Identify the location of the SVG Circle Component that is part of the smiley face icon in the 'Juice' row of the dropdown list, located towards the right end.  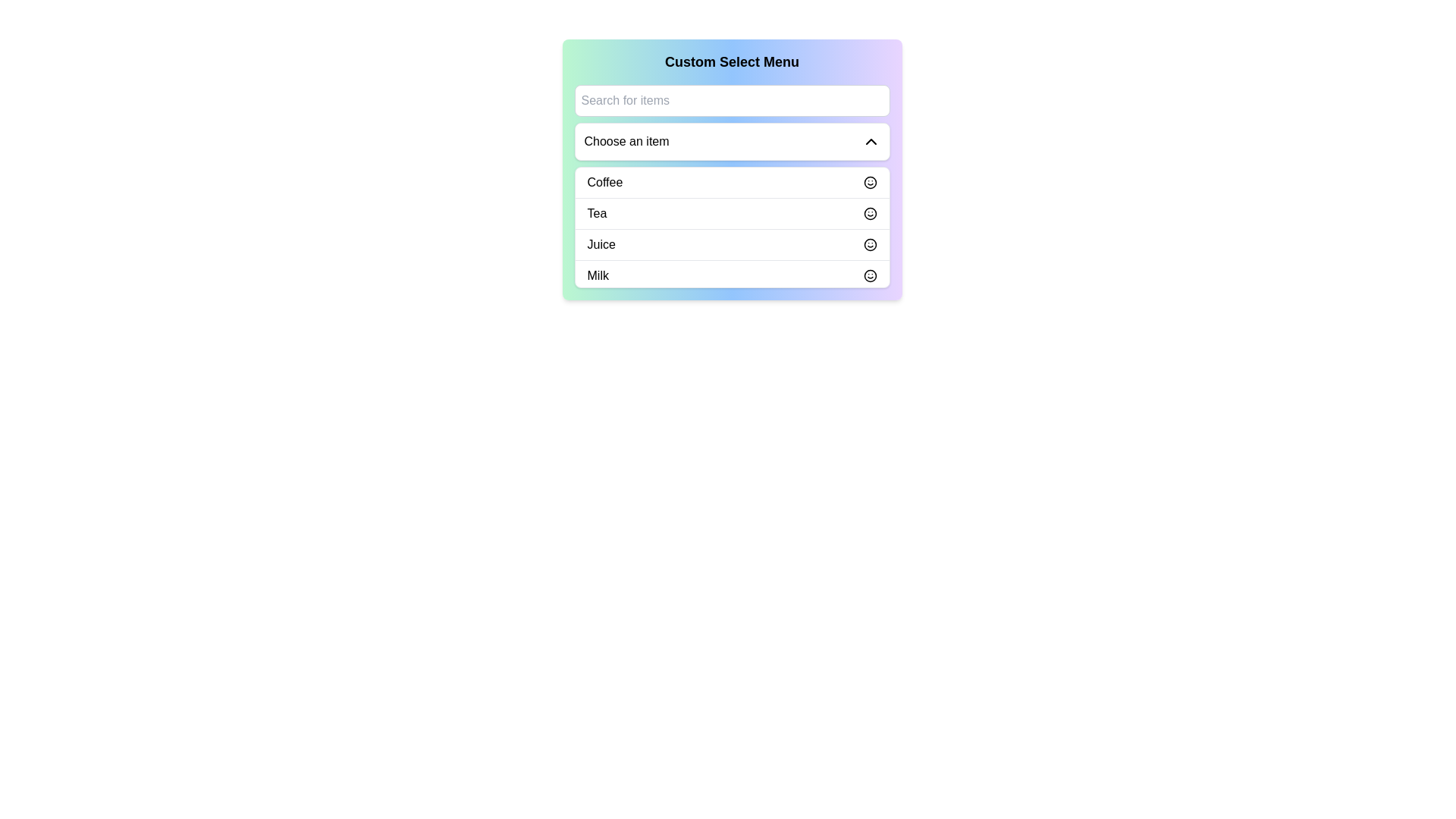
(870, 244).